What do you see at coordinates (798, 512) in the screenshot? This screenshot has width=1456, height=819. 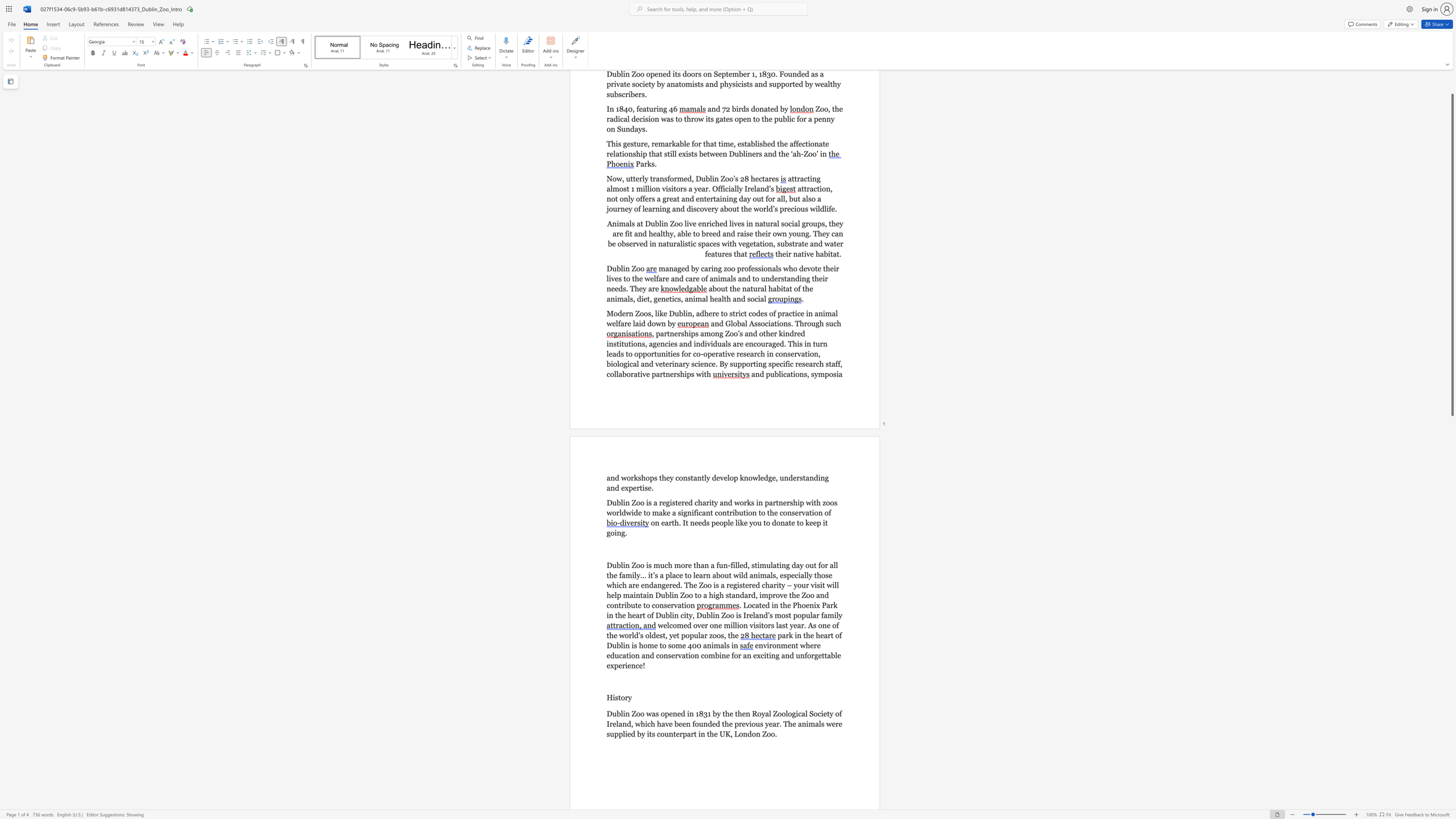 I see `the subset text "rvatio" within the text "Dublin Zoo is a registered charity and works in partnership with zoos worldwide to make a significant contribution to the conservation of"` at bounding box center [798, 512].